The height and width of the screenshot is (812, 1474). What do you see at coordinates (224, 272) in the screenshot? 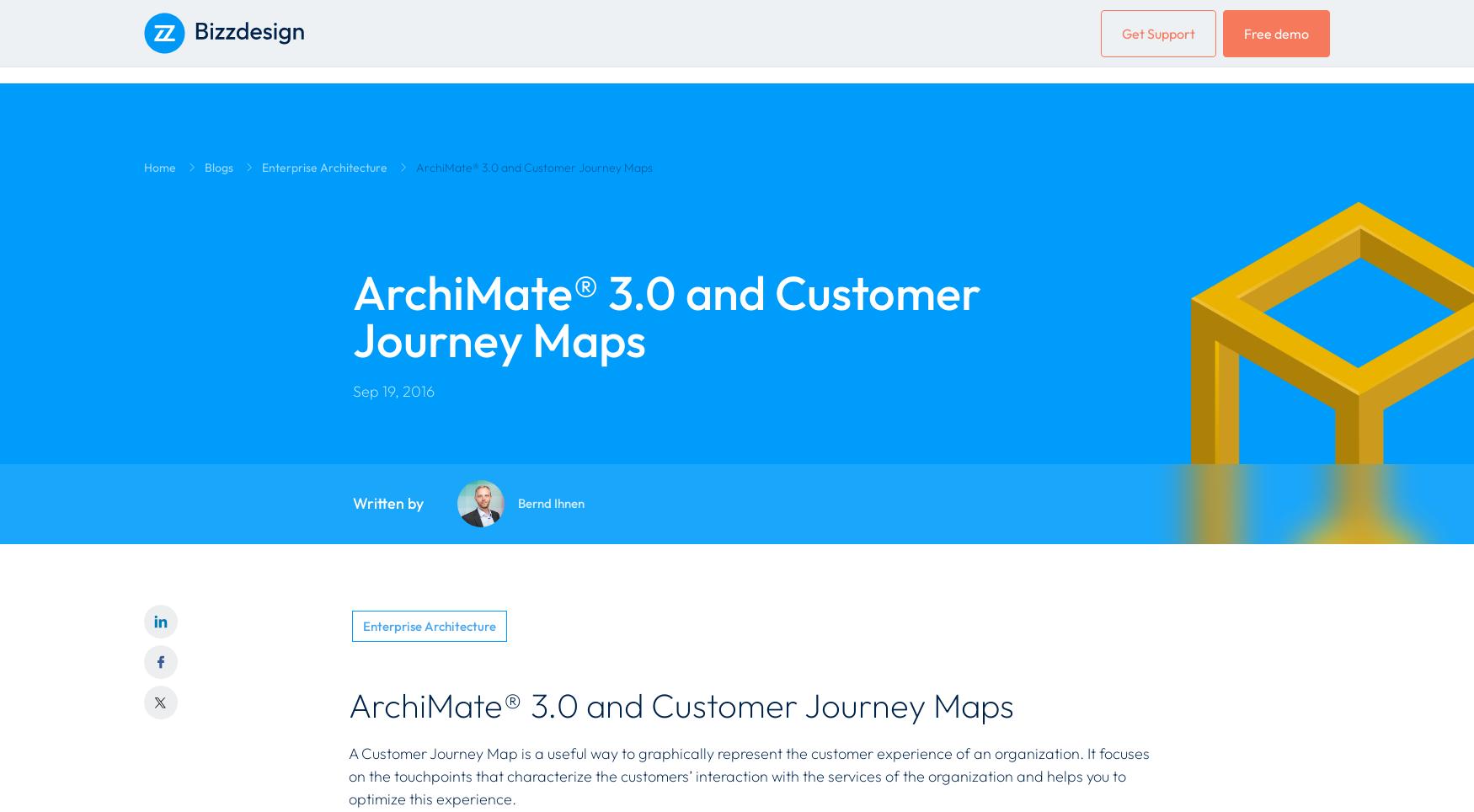
I see `'Bizzdesign Horizzon Demos'` at bounding box center [224, 272].